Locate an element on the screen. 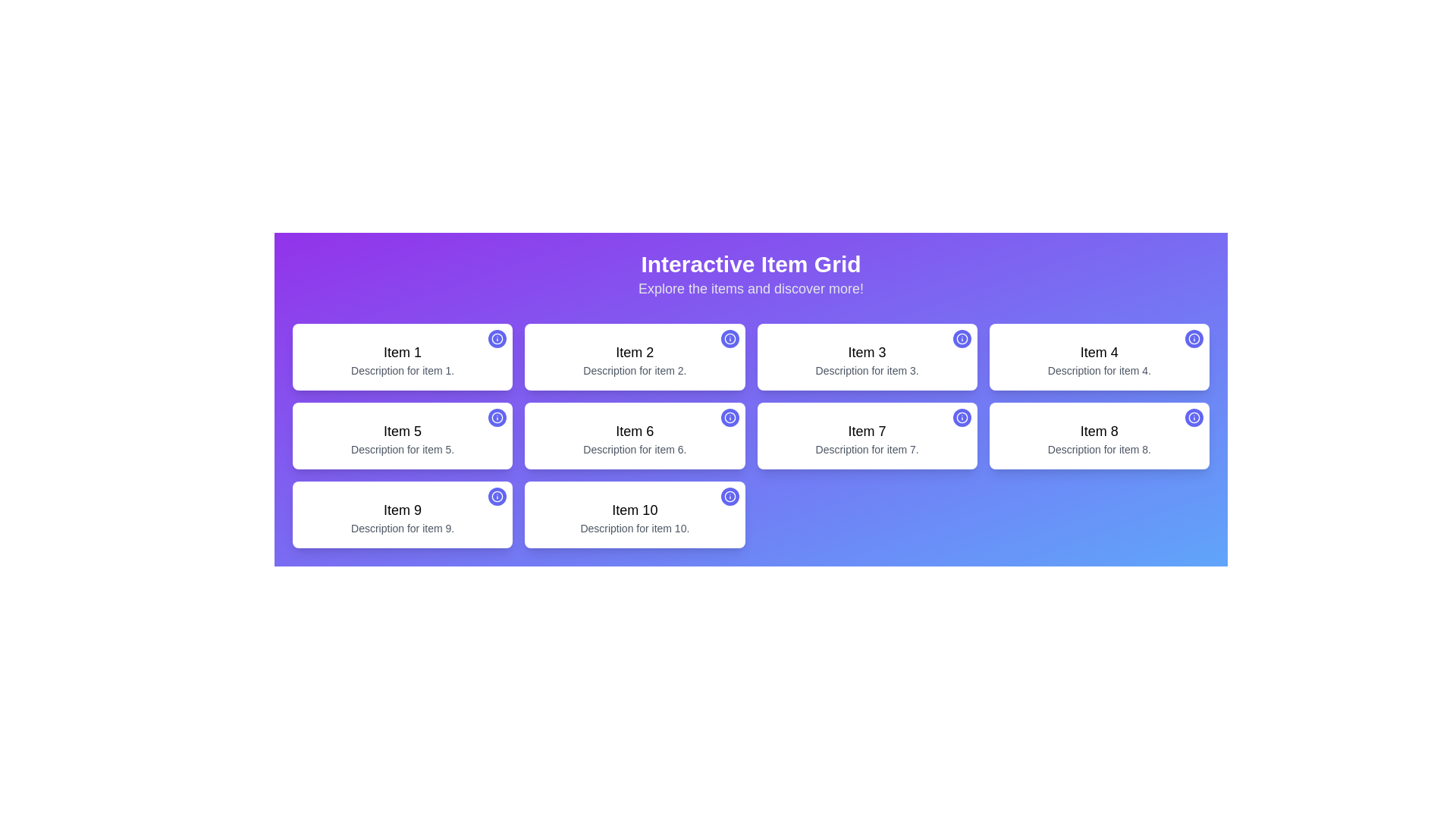  the Label that serves as the title for the fourth card in a 4x3 grid layout, located between 'Item 3' on the left and 'Item 8' below is located at coordinates (1099, 353).